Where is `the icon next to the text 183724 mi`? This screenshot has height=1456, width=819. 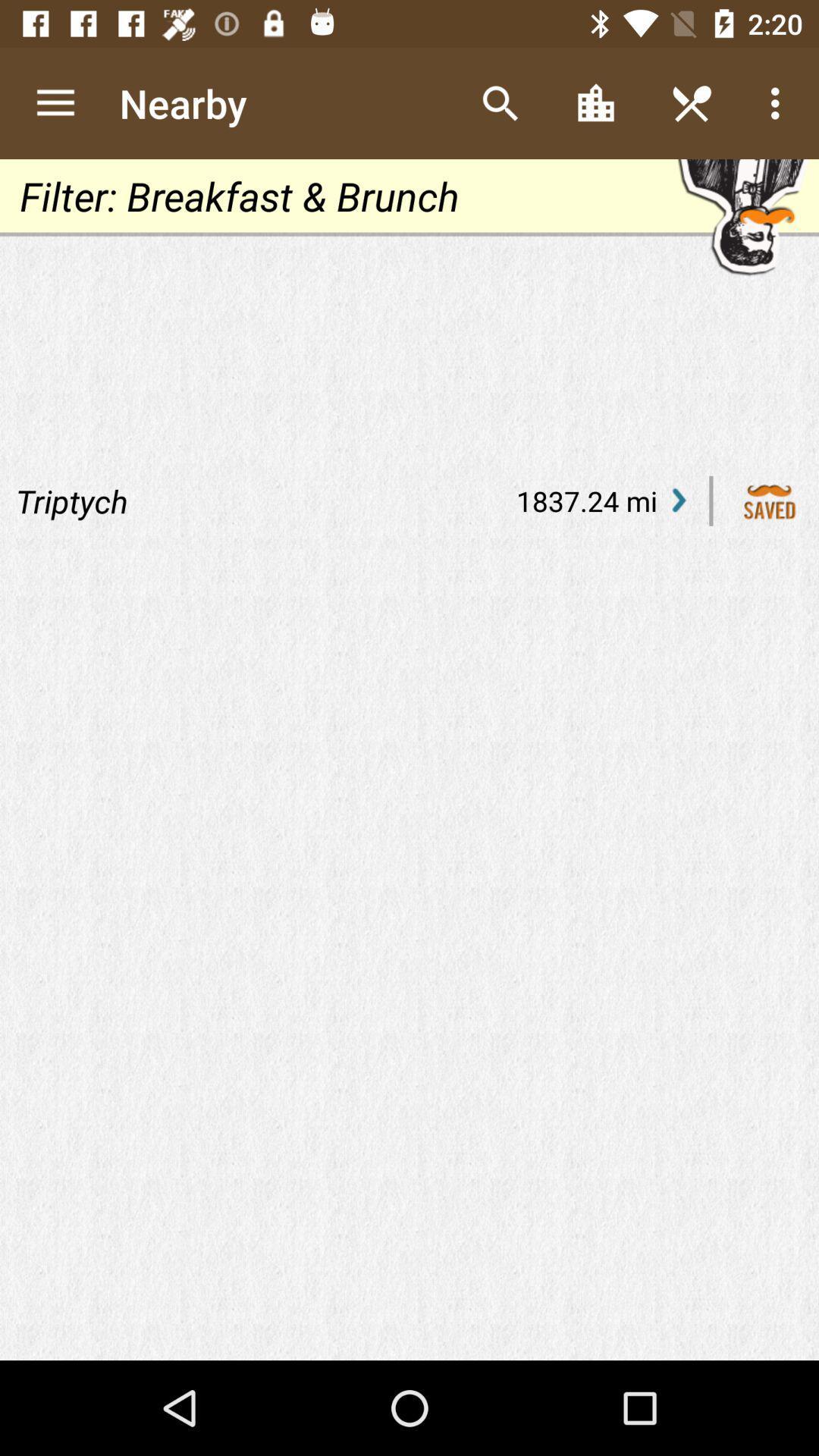 the icon next to the text 183724 mi is located at coordinates (678, 500).